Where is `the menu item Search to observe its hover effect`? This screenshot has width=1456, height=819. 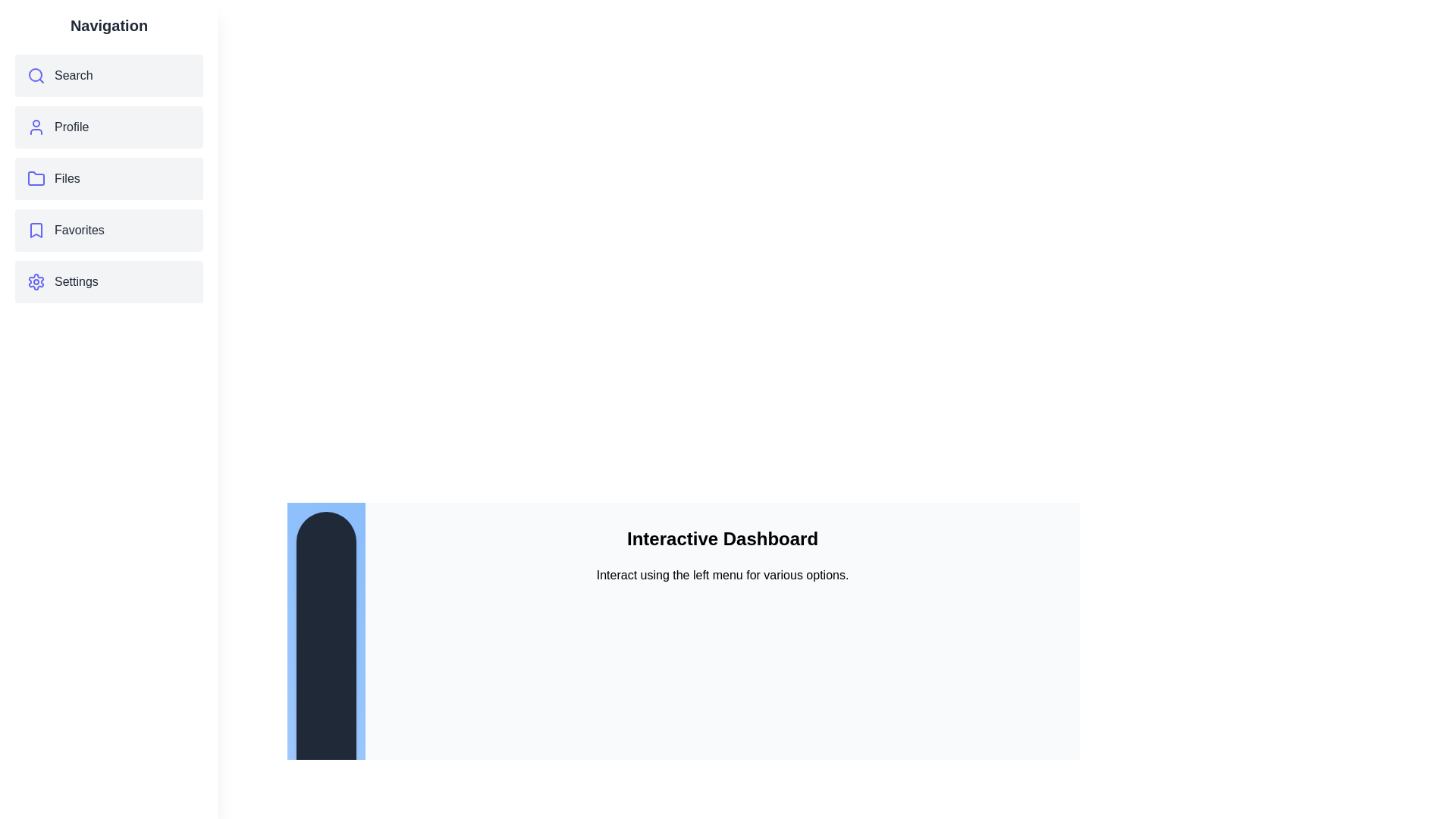 the menu item Search to observe its hover effect is located at coordinates (108, 76).